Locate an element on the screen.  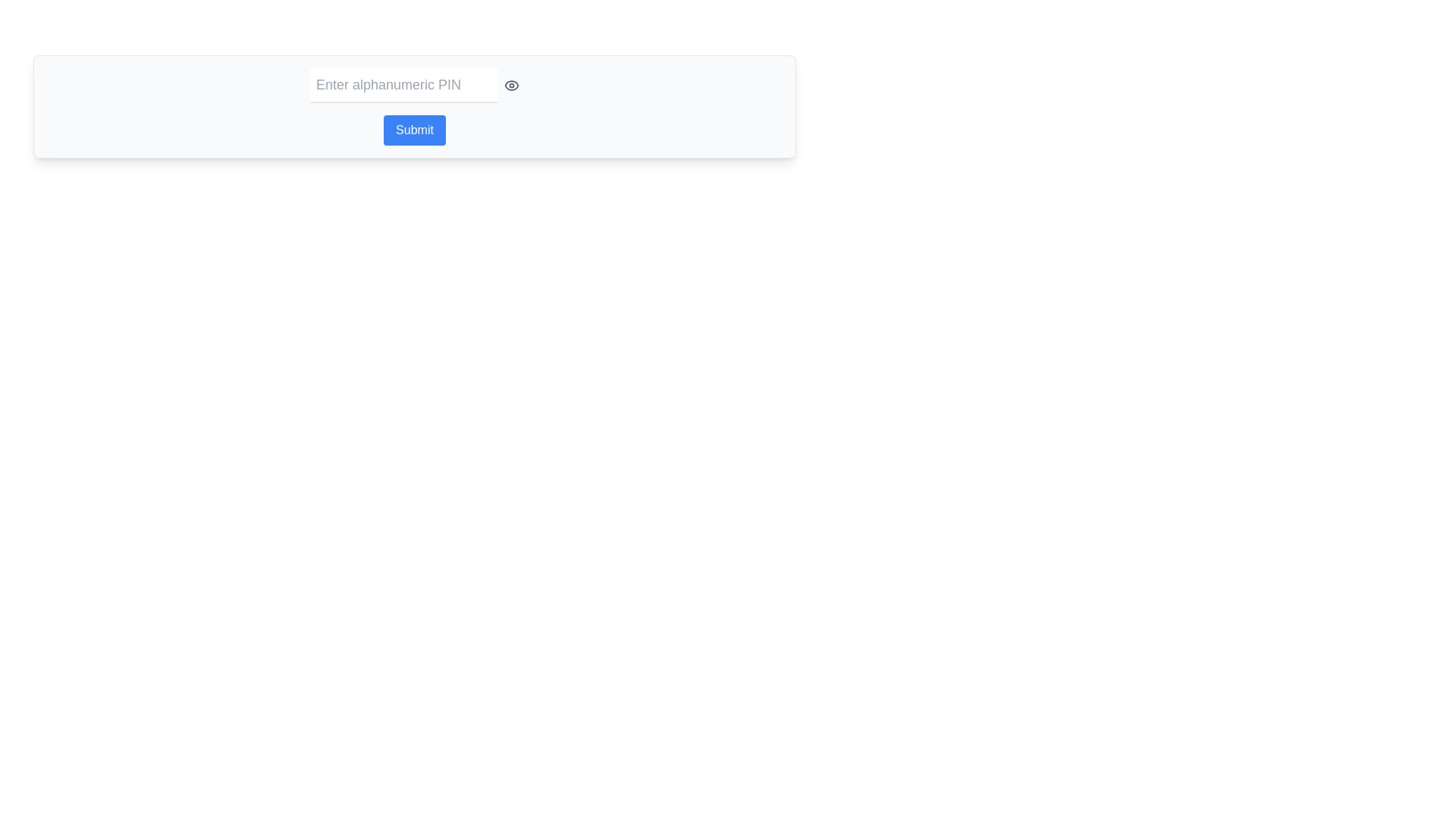
the visibility toggle button located to the right of the 'Enter alphanumeric PIN' input field is located at coordinates (512, 85).